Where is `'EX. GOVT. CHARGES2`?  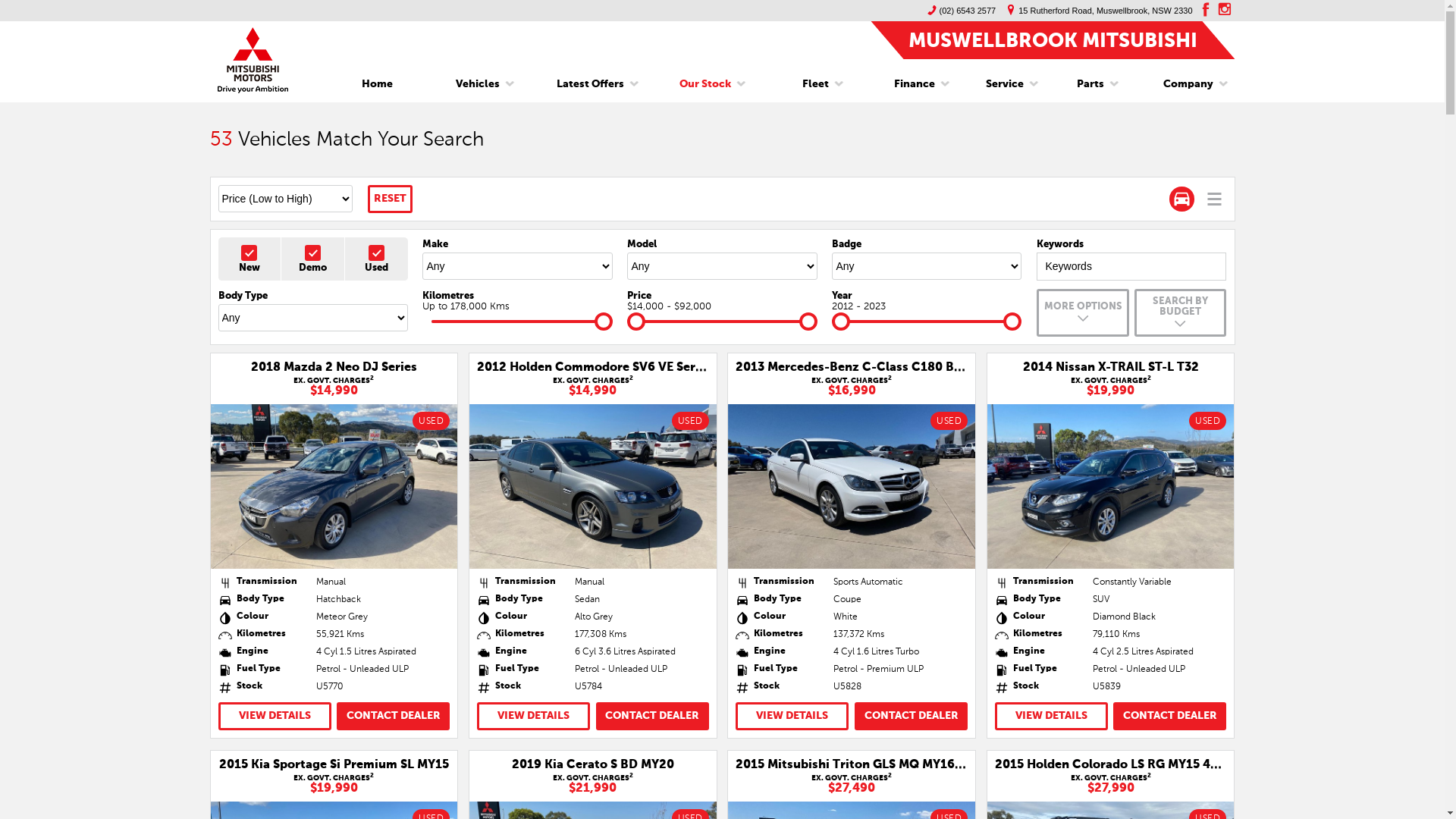
'EX. GOVT. CHARGES2 is located at coordinates (333, 384).